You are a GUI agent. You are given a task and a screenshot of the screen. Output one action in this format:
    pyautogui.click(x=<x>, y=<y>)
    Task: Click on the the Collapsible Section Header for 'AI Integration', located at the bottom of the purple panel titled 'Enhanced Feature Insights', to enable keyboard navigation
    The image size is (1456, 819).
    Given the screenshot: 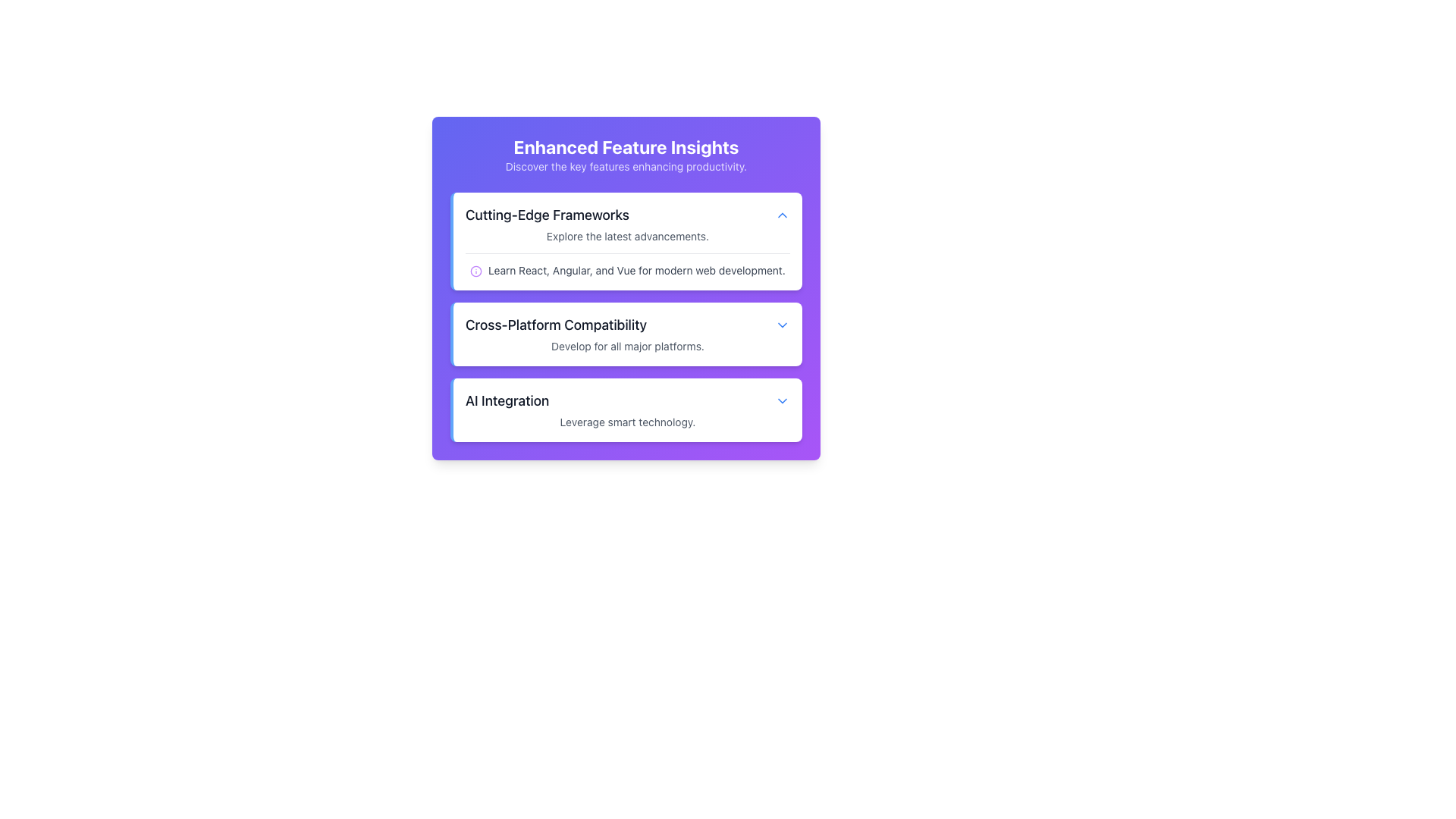 What is the action you would take?
    pyautogui.click(x=628, y=400)
    